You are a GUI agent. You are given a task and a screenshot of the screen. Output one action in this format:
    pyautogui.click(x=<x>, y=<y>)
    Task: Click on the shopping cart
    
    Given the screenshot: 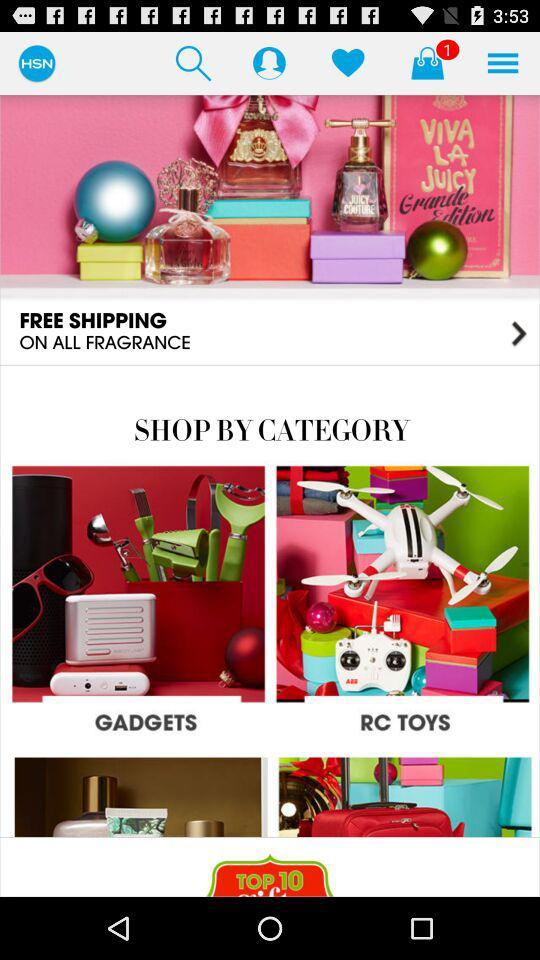 What is the action you would take?
    pyautogui.click(x=426, y=62)
    